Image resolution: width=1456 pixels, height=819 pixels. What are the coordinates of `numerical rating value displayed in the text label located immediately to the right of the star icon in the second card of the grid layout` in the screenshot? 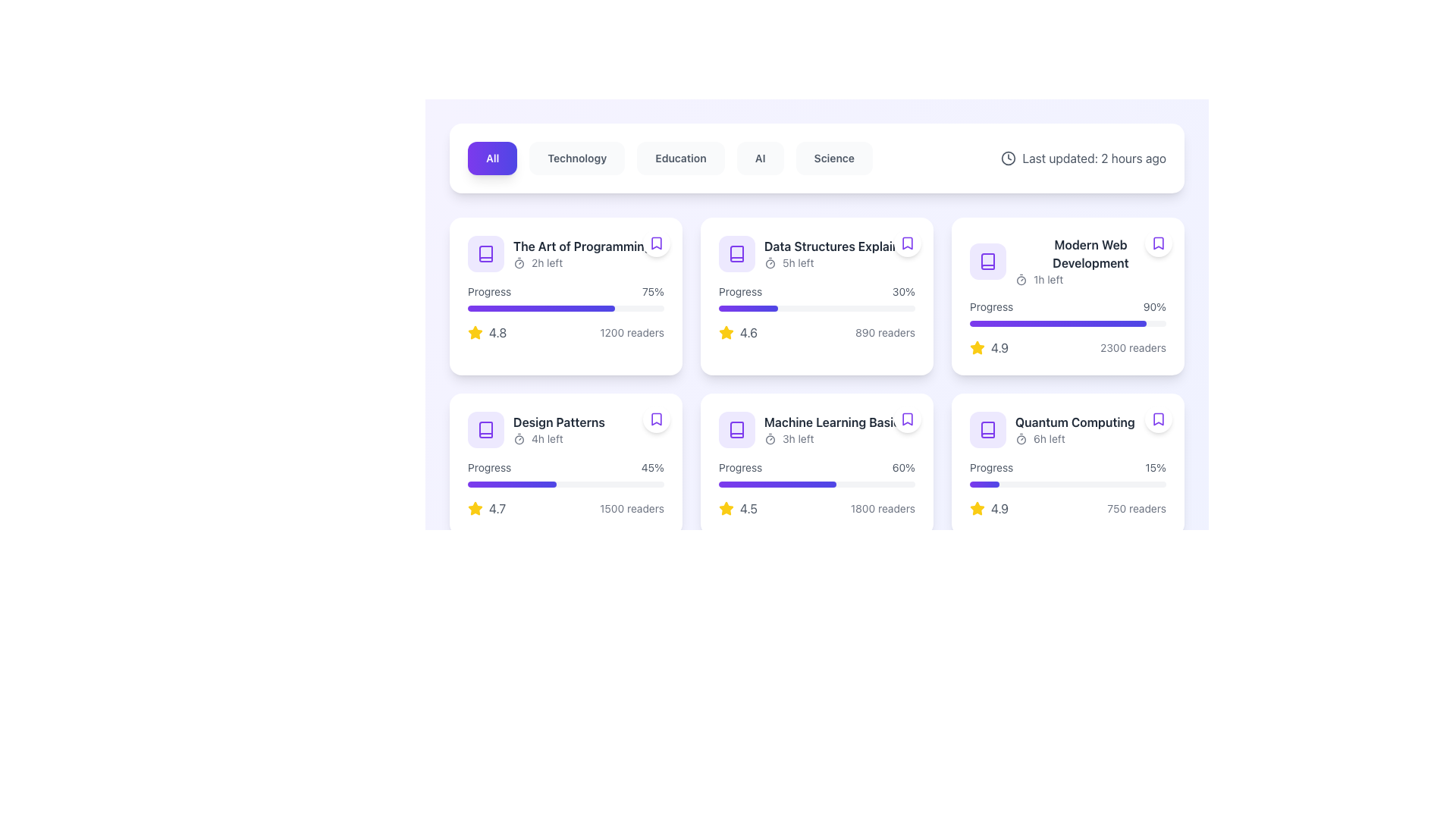 It's located at (748, 332).